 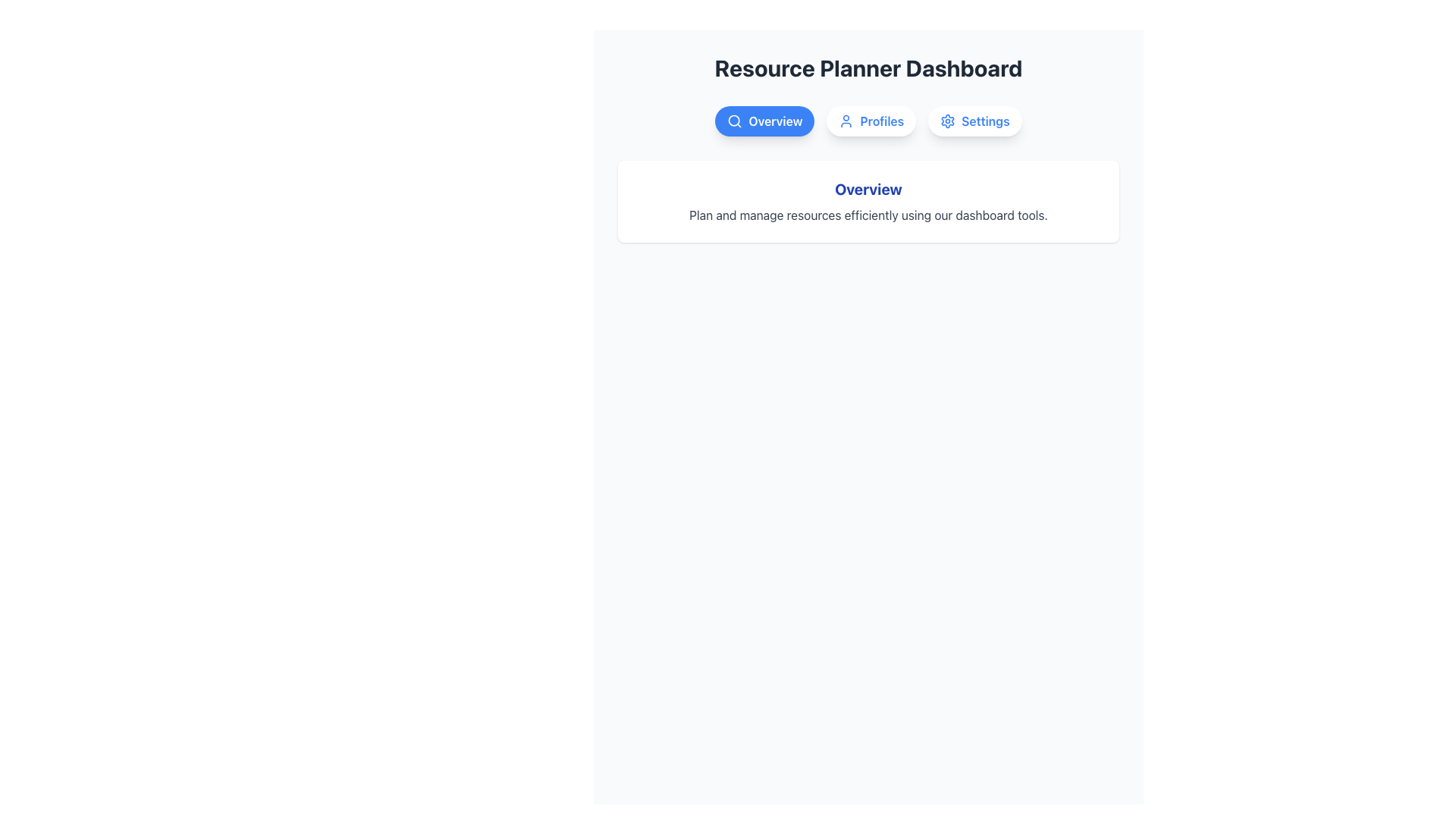 What do you see at coordinates (734, 120) in the screenshot?
I see `the circular vector graphic element within the SVG of the search icon located inside the 'Overview' button` at bounding box center [734, 120].